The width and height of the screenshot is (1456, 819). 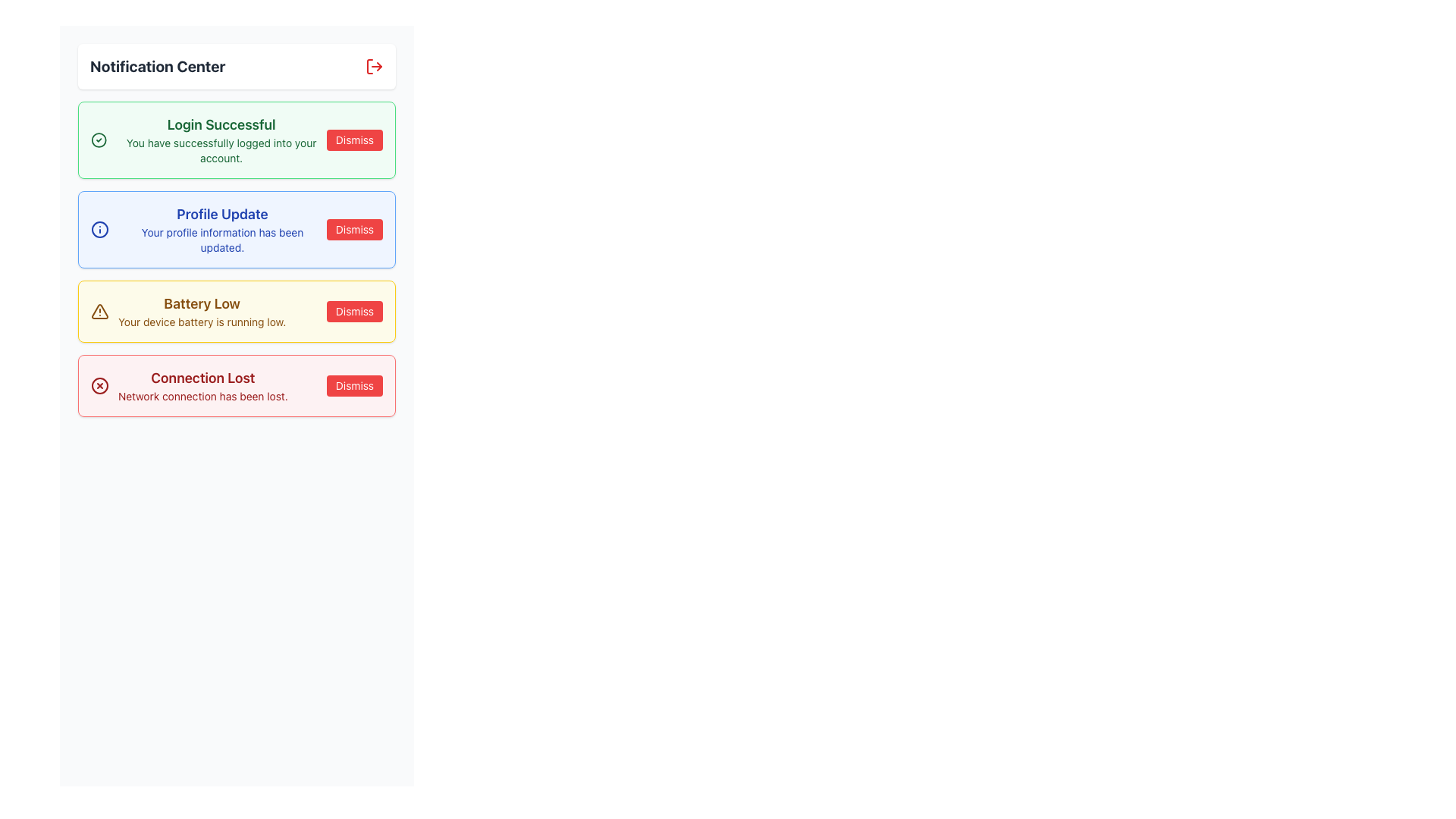 I want to click on the circular decorative icon with a blue outline and dot, located to the left of the 'Profile Update' notification message in the notification center, so click(x=99, y=230).